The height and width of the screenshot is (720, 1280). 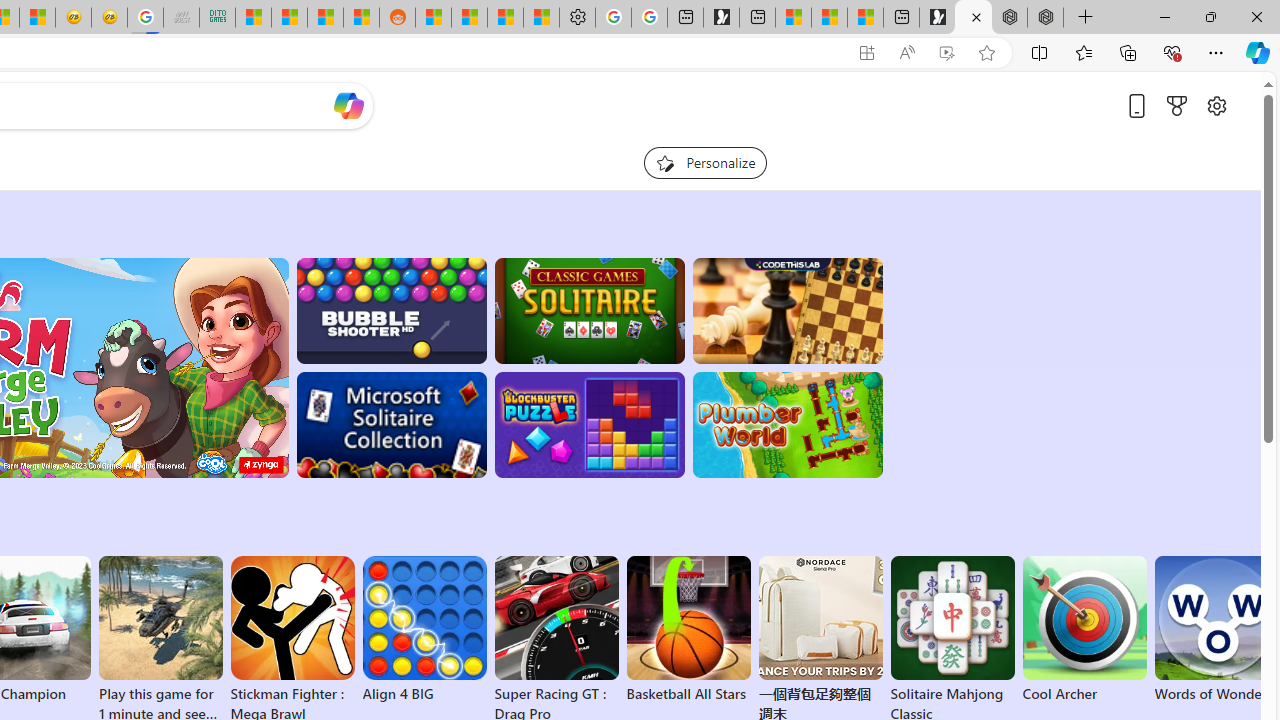 What do you see at coordinates (945, 52) in the screenshot?
I see `'Enhance video'` at bounding box center [945, 52].